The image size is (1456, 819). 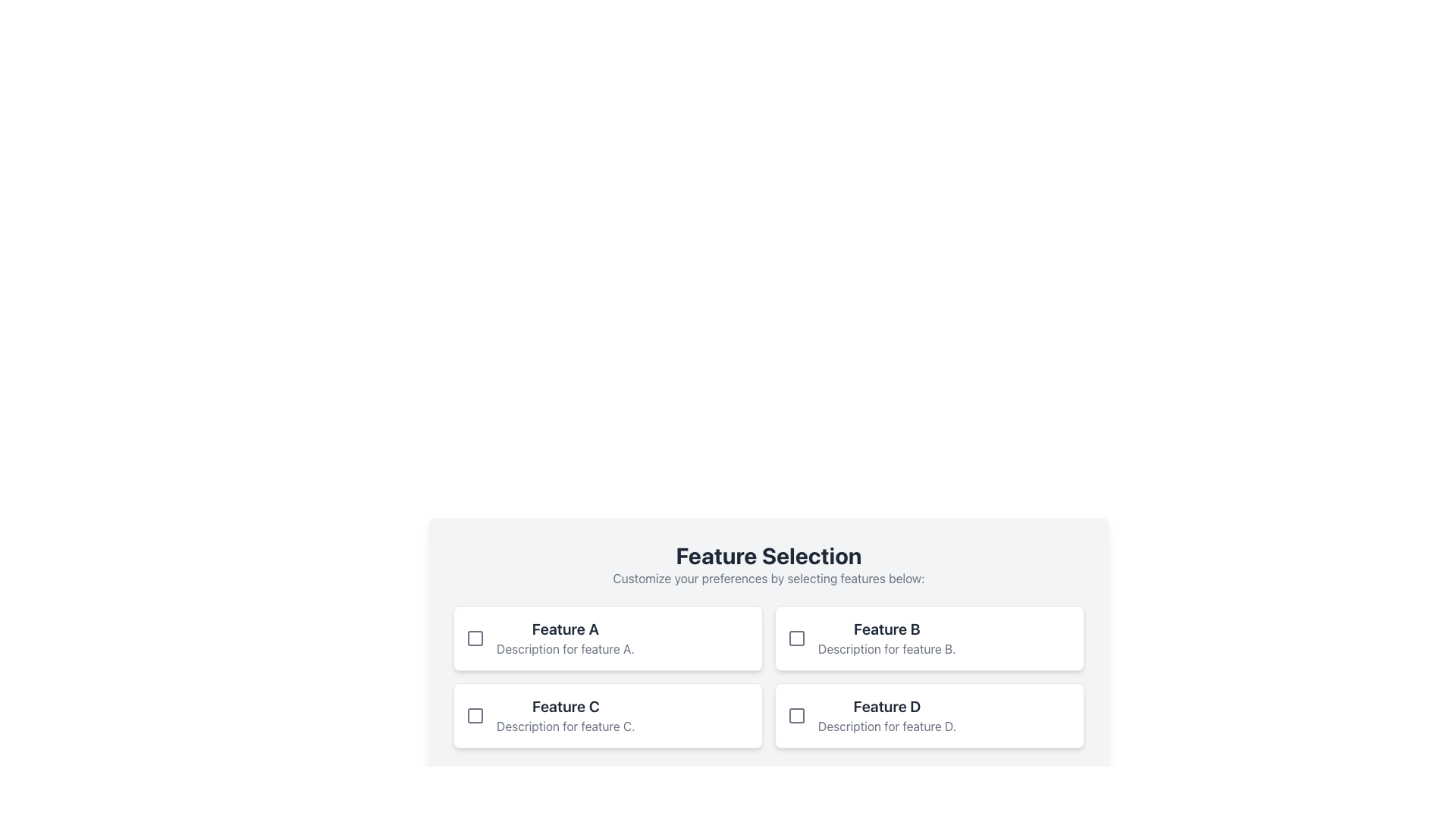 What do you see at coordinates (565, 707) in the screenshot?
I see `the Text Label that displays 'Feature C', which is styled in bold and large font, located in the lower-left quadrant of the grid layout` at bounding box center [565, 707].